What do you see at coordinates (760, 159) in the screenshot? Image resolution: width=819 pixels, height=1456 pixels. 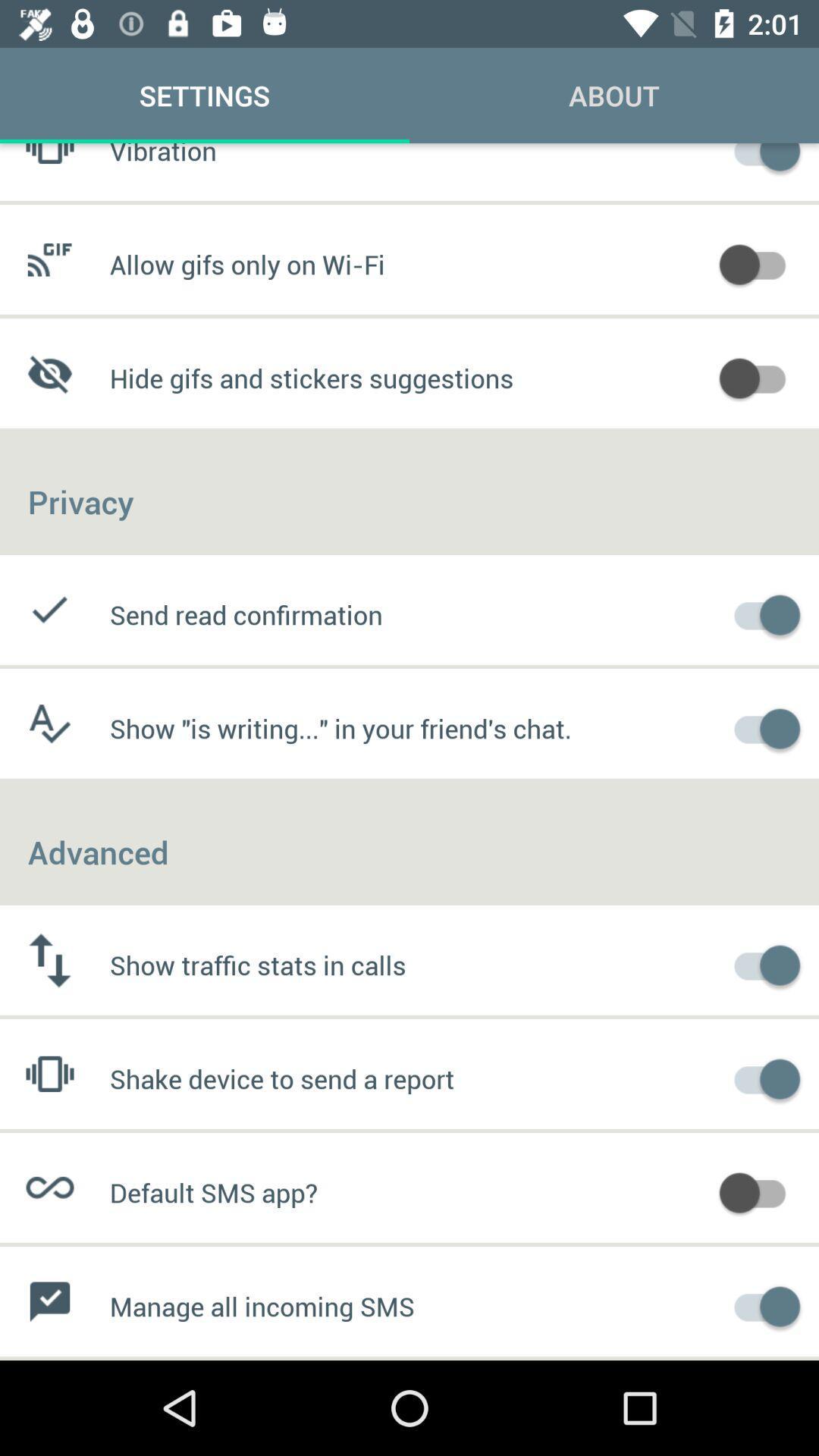 I see `switch` at bounding box center [760, 159].